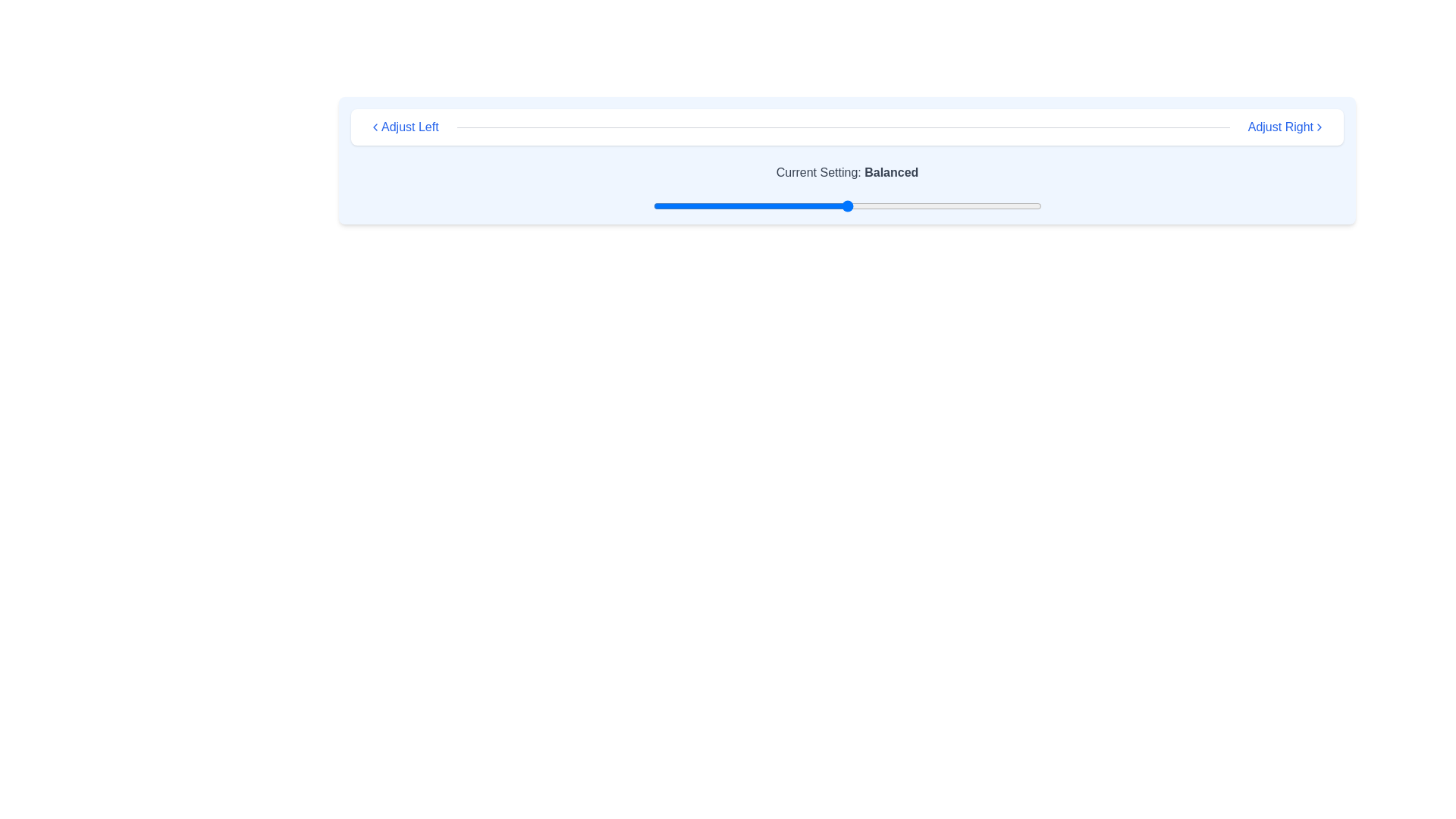  I want to click on the text label displaying 'Balanced', which is styled in bold and positioned to the right of 'Current Setting:', indicating the current setting in the interface, so click(891, 171).